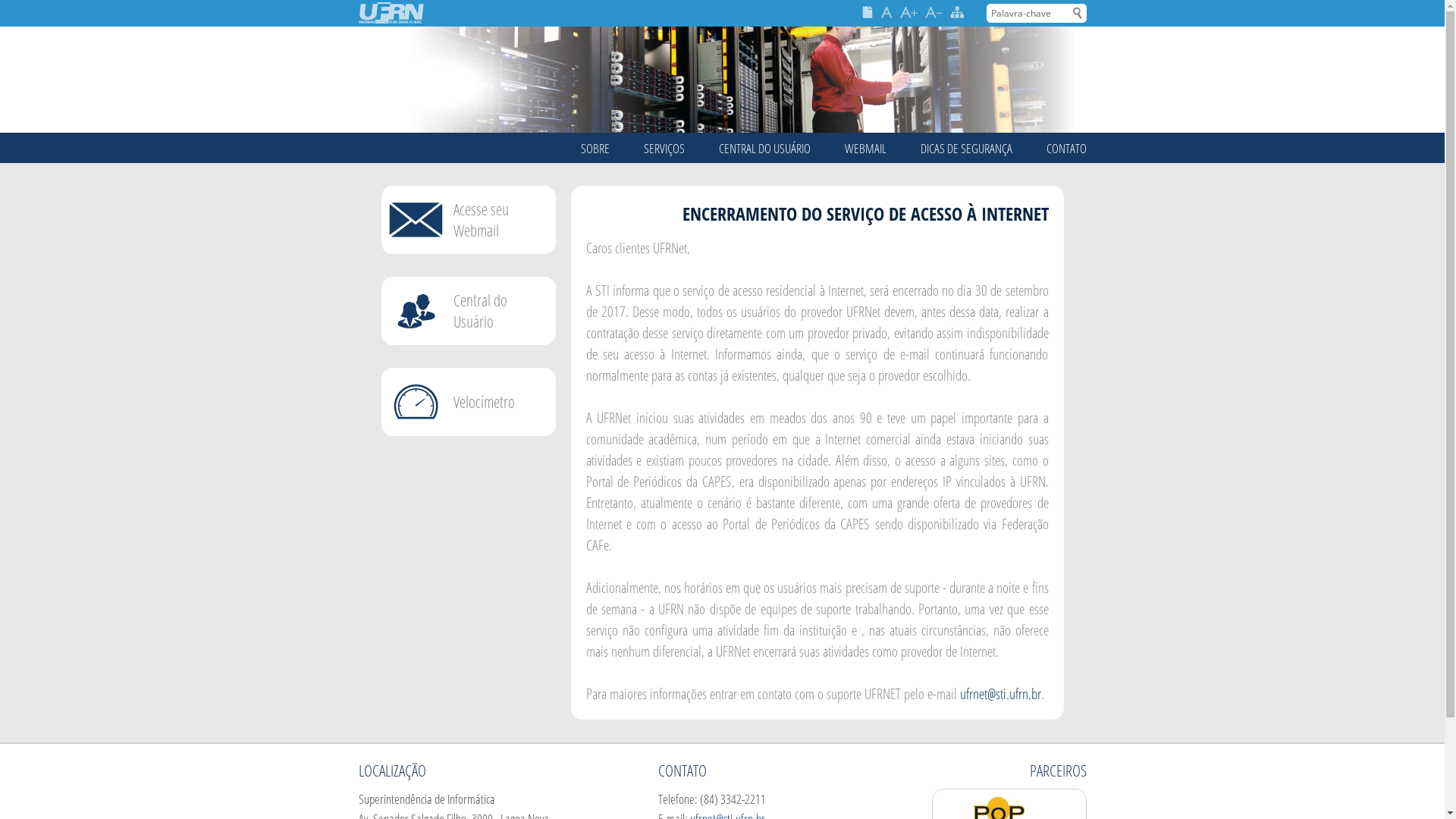 The width and height of the screenshot is (1456, 819). What do you see at coordinates (843, 148) in the screenshot?
I see `'WEBMAIL'` at bounding box center [843, 148].